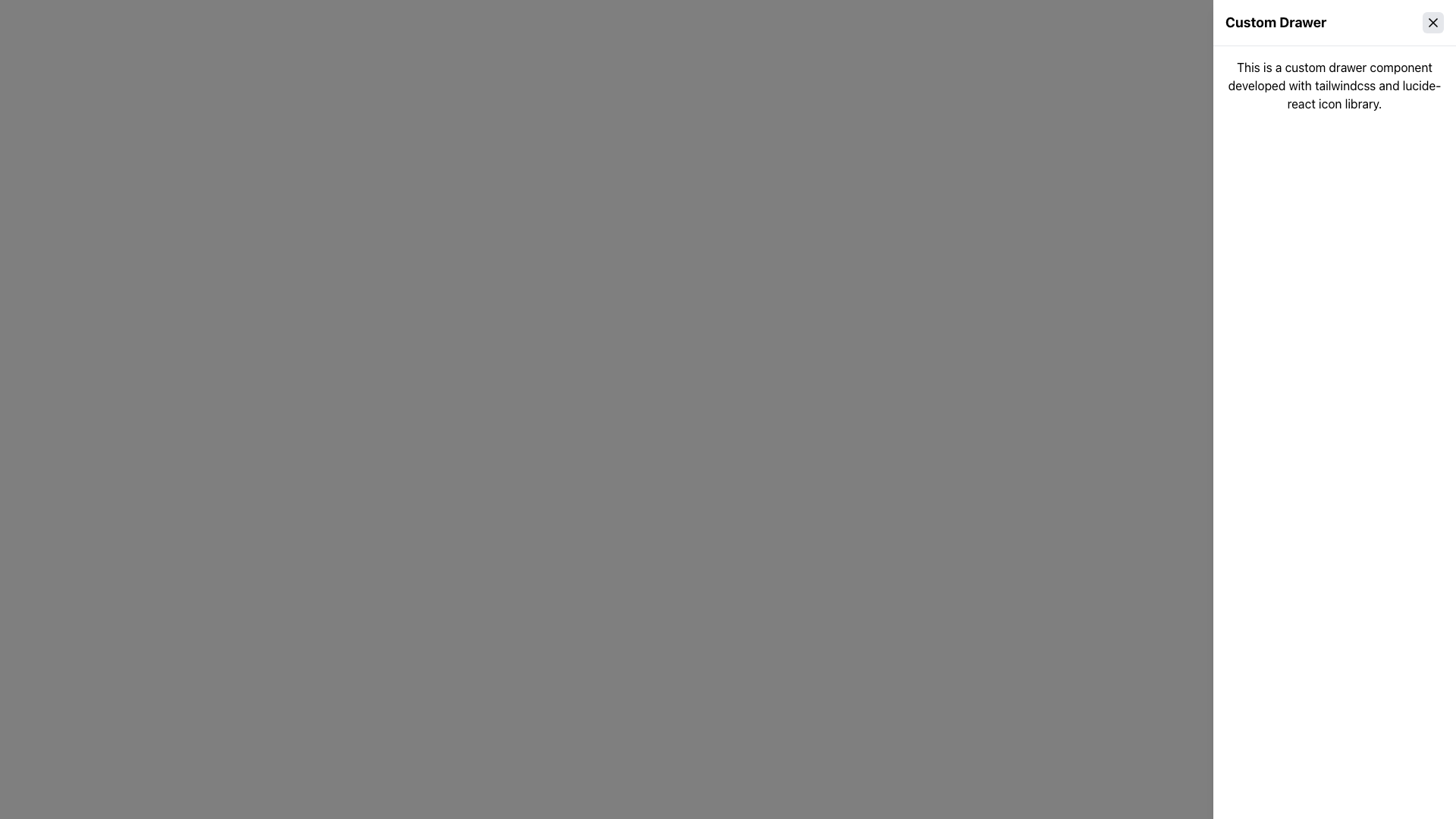 The width and height of the screenshot is (1456, 819). Describe the element at coordinates (1432, 23) in the screenshot. I see `the close button located at the top-right side of the 'Custom Drawer' component` at that location.